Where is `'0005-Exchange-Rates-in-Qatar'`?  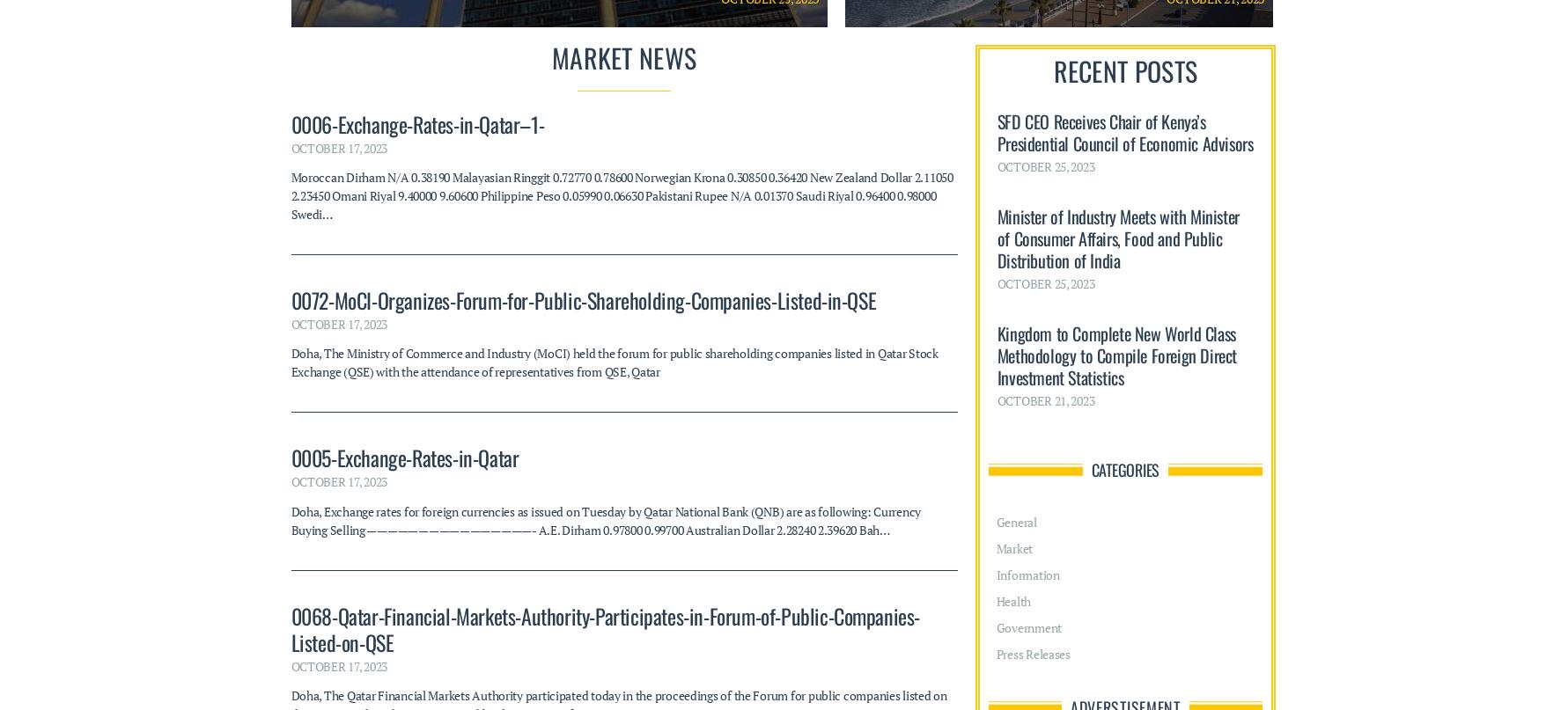 '0005-Exchange-Rates-in-Qatar' is located at coordinates (403, 113).